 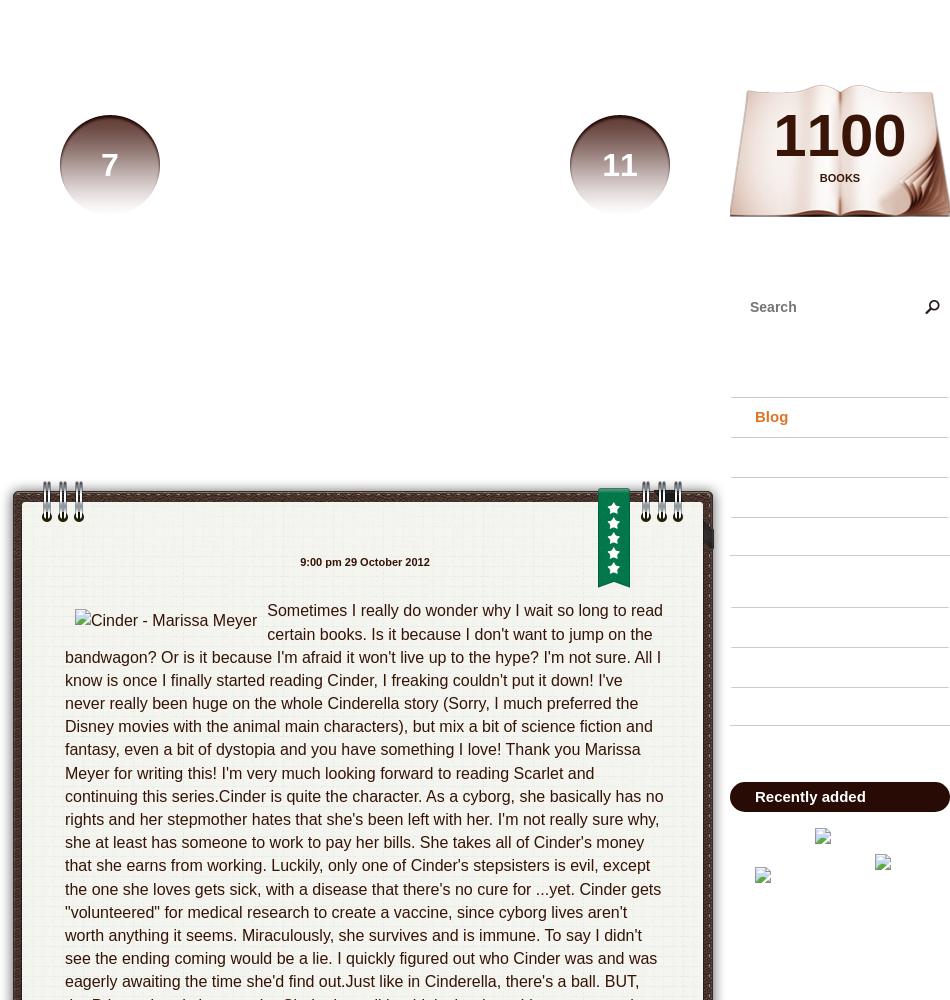 I want to click on 'Blog', so click(x=770, y=416).